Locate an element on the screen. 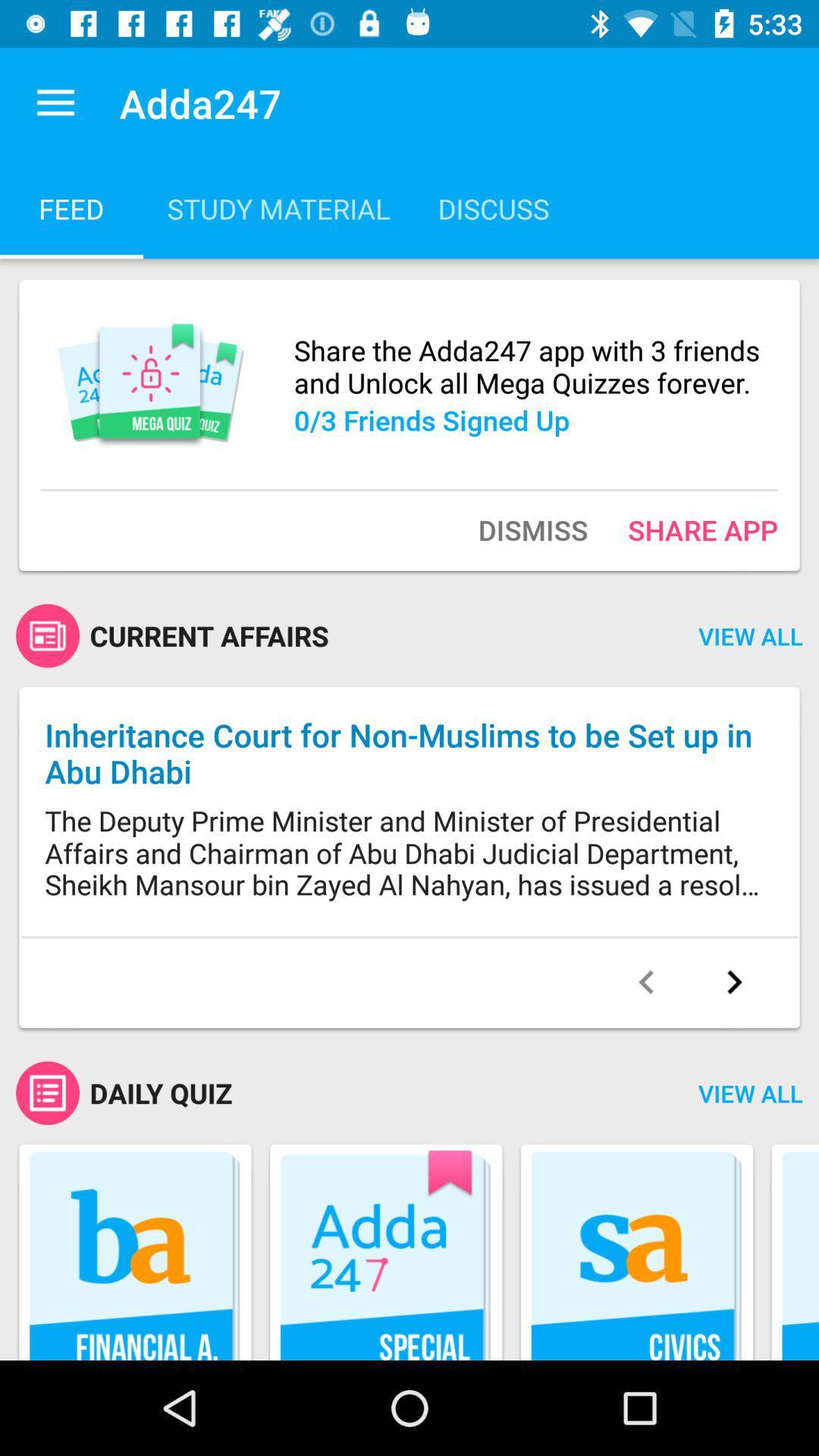 The image size is (819, 1456). next is located at coordinates (733, 982).